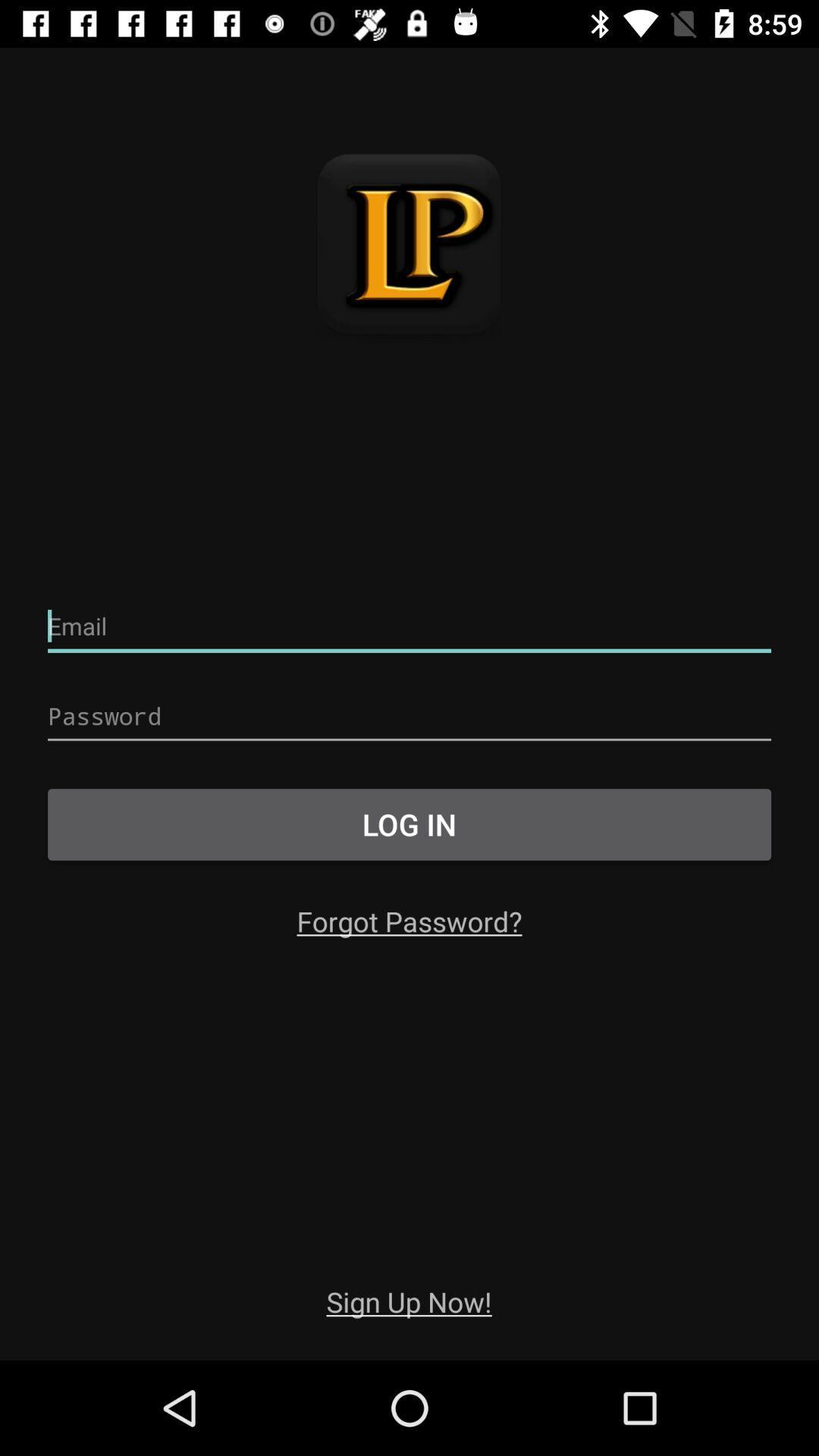  I want to click on email entry, so click(409, 626).